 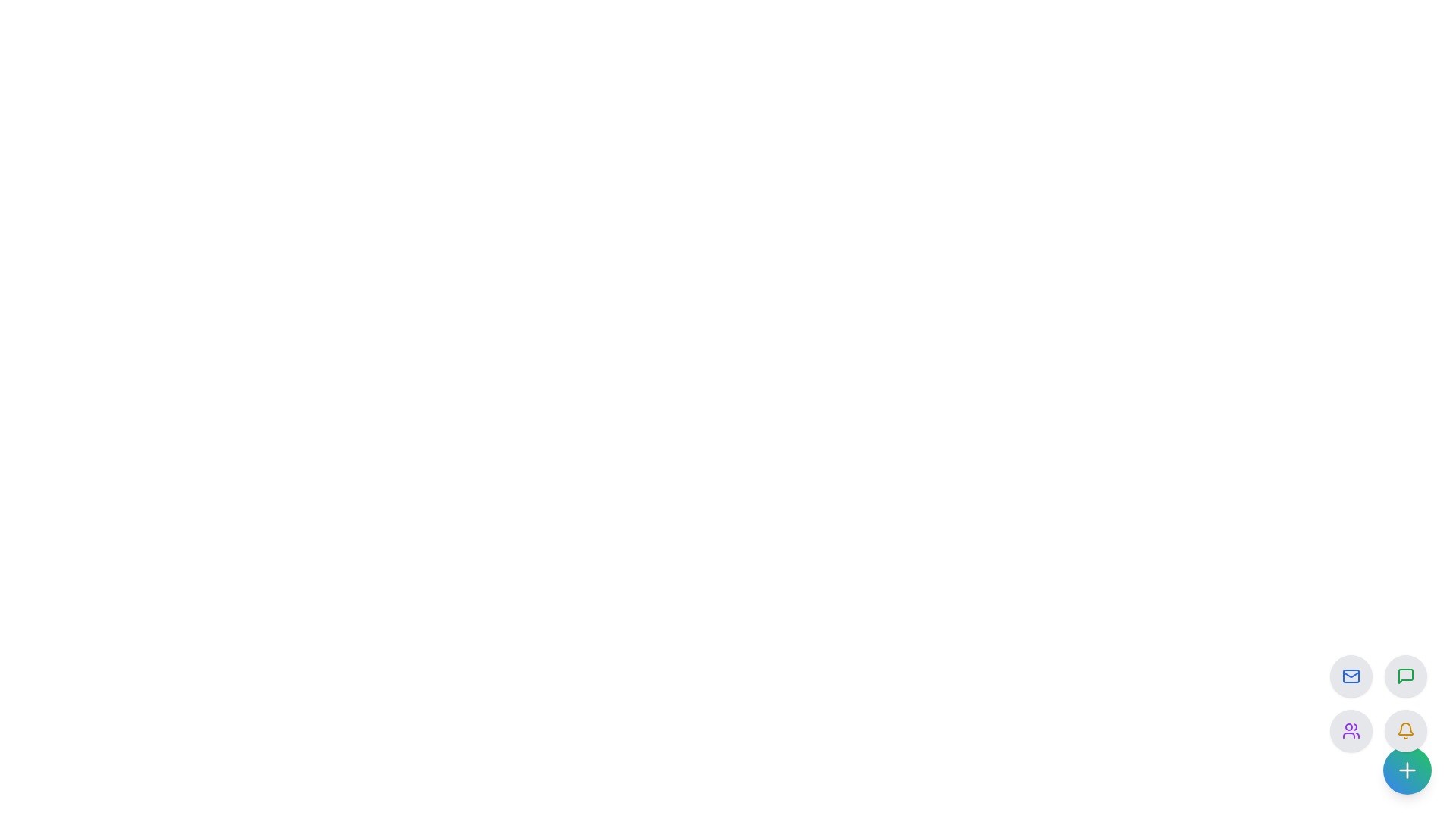 I want to click on the circular button featuring a yellow bell icon, so click(x=1404, y=730).